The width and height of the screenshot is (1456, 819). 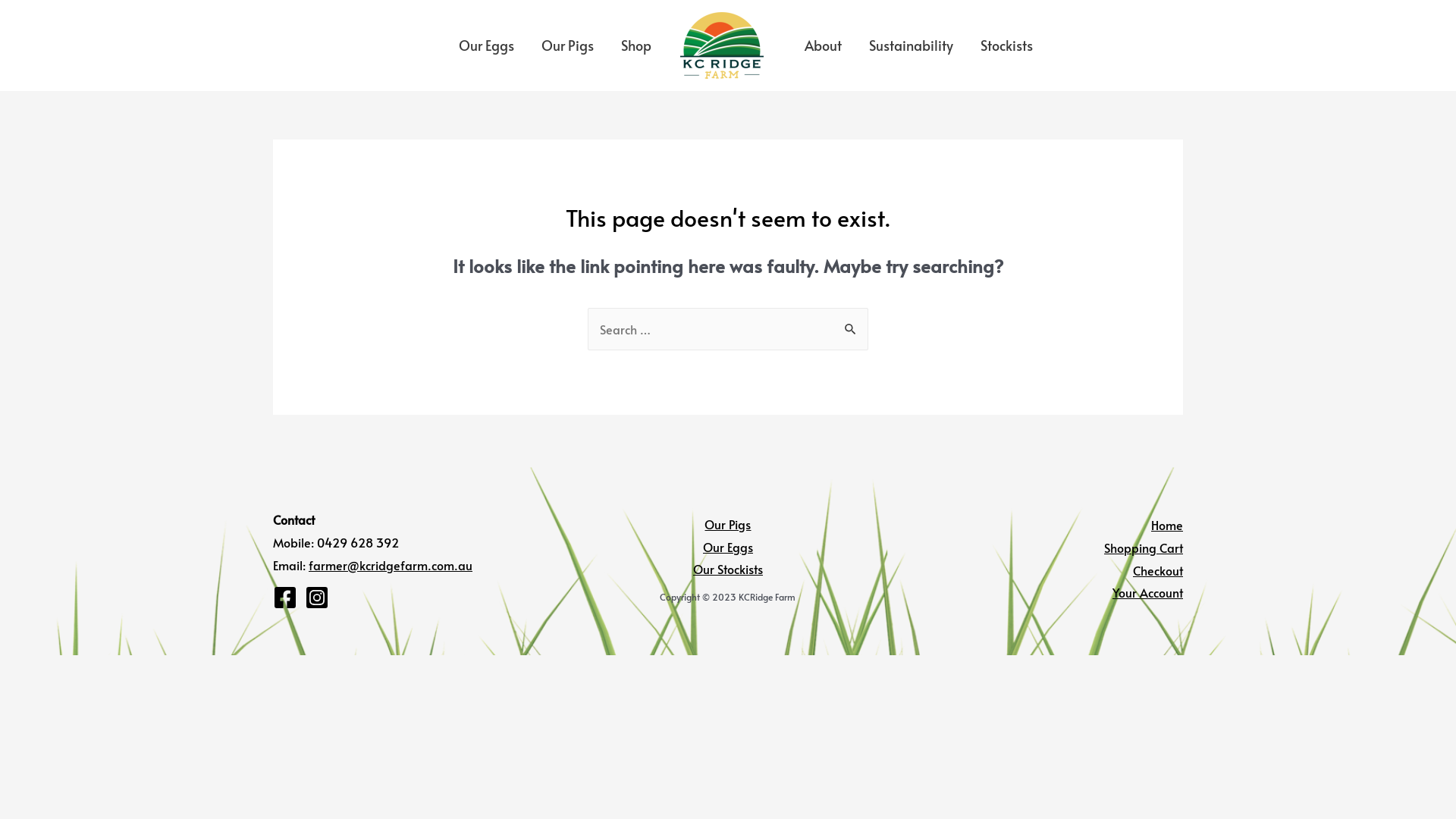 What do you see at coordinates (1156, 570) in the screenshot?
I see `'Checkout'` at bounding box center [1156, 570].